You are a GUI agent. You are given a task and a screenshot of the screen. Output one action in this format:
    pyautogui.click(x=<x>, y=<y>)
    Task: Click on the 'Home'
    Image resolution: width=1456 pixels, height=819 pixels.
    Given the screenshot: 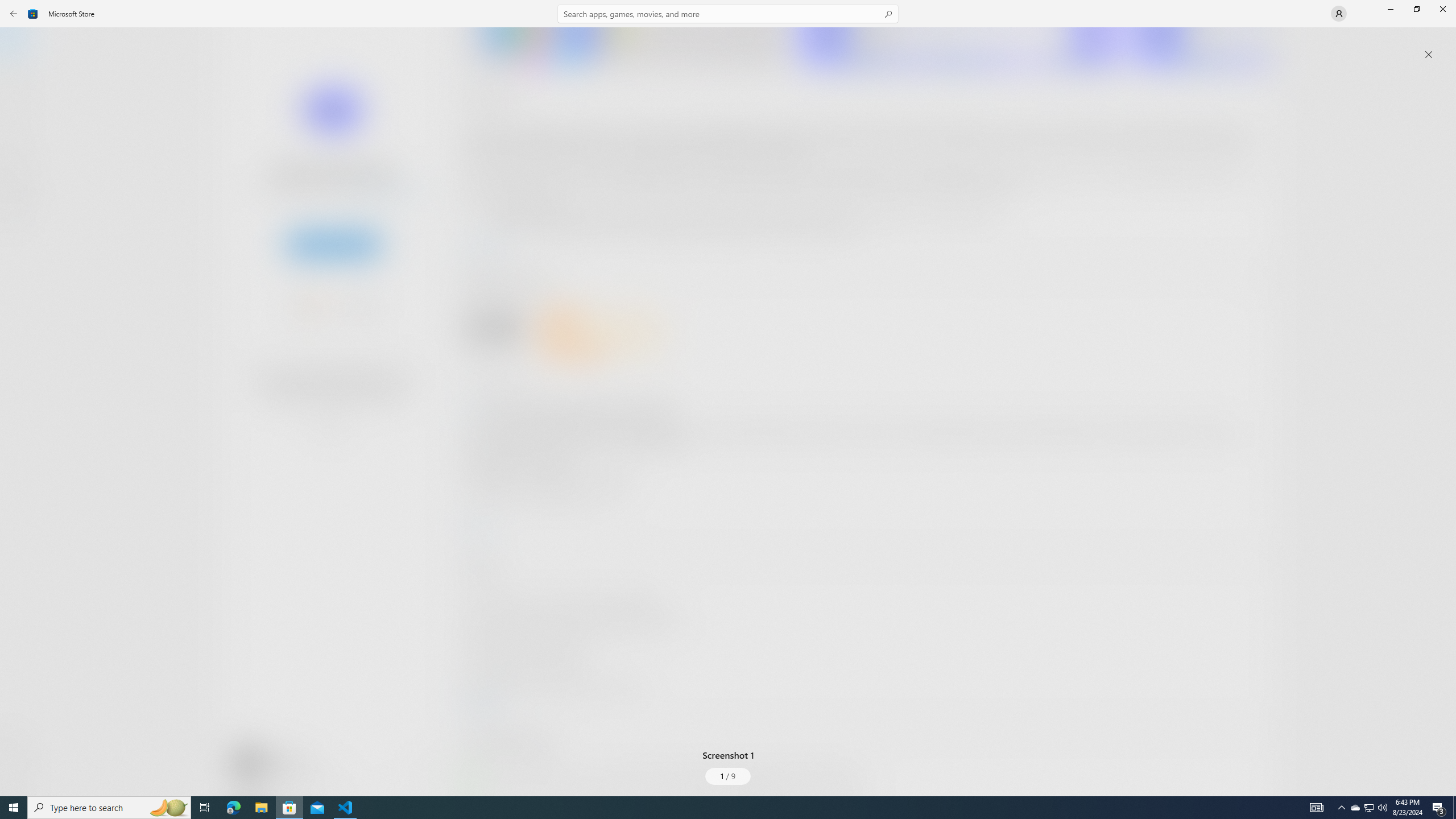 What is the action you would take?
    pyautogui.click(x=19, y=44)
    